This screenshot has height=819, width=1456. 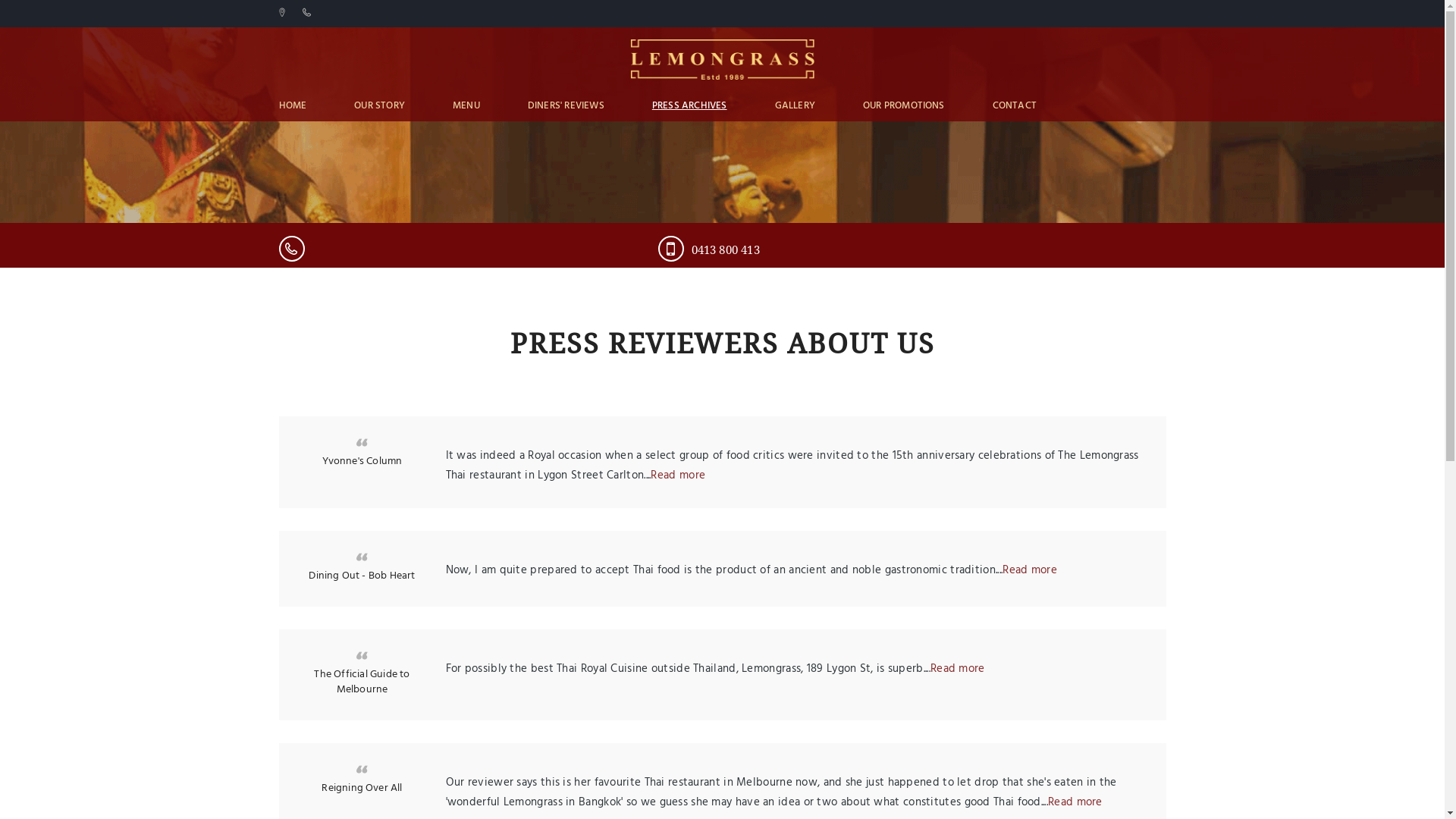 I want to click on 'CONTACT', so click(x=1015, y=105).